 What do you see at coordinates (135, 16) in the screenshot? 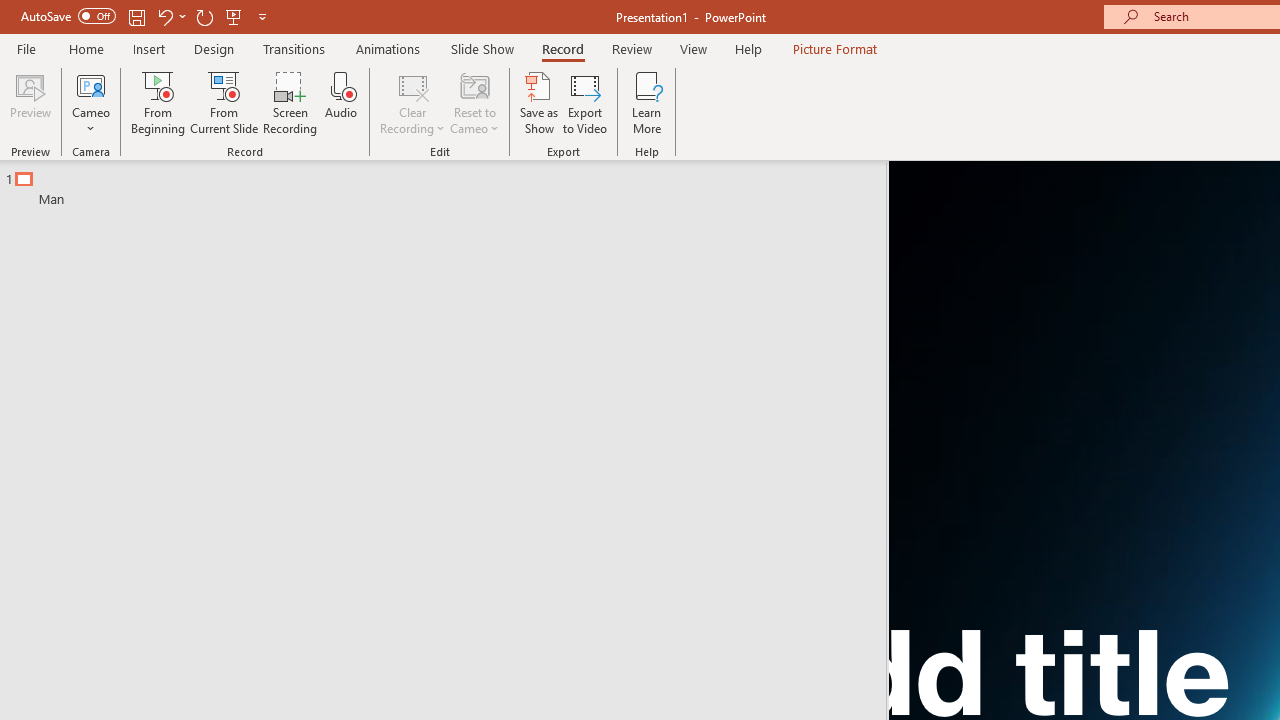
I see `'Save'` at bounding box center [135, 16].